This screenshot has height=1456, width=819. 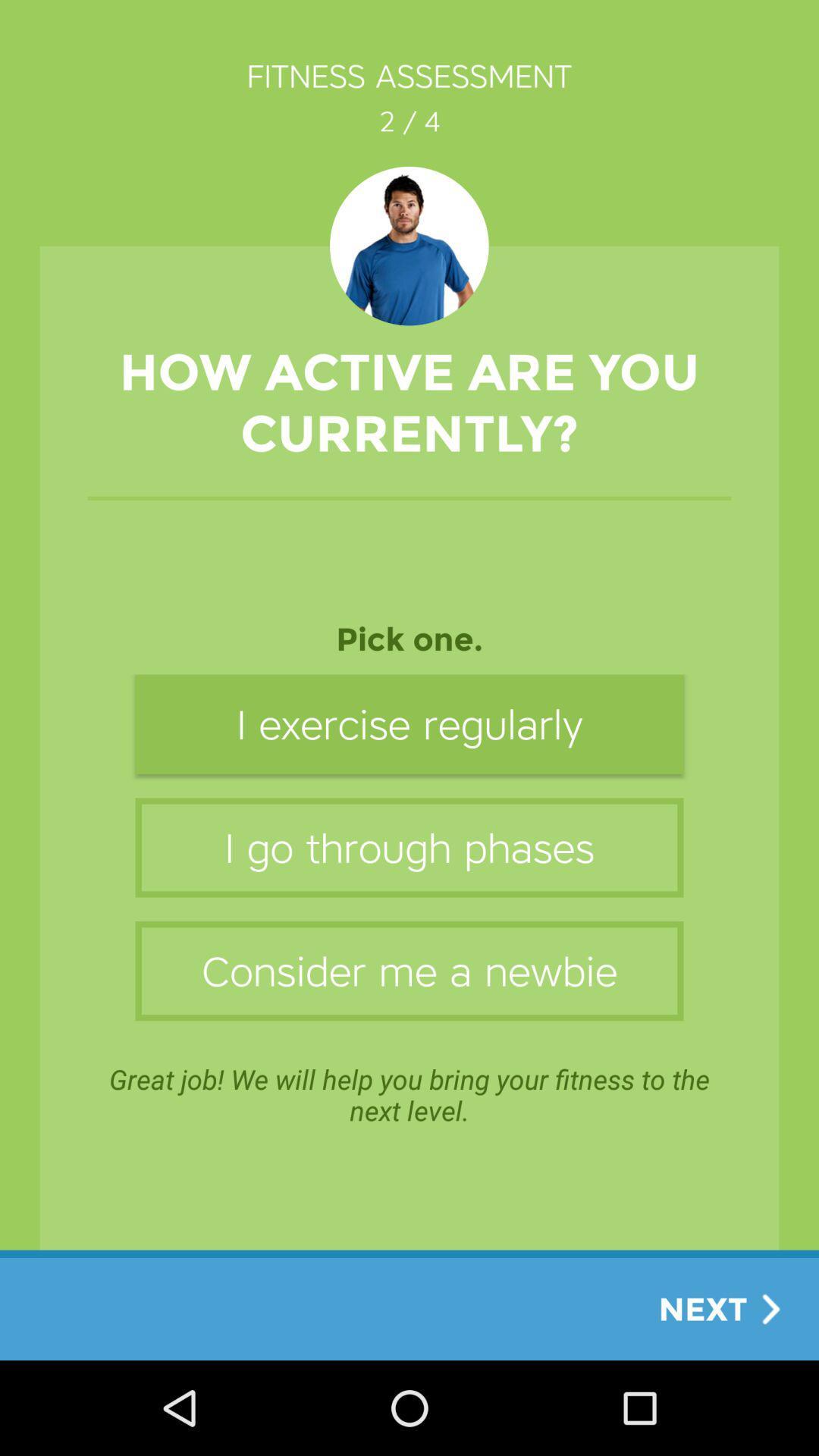 What do you see at coordinates (409, 971) in the screenshot?
I see `the consider me a icon` at bounding box center [409, 971].